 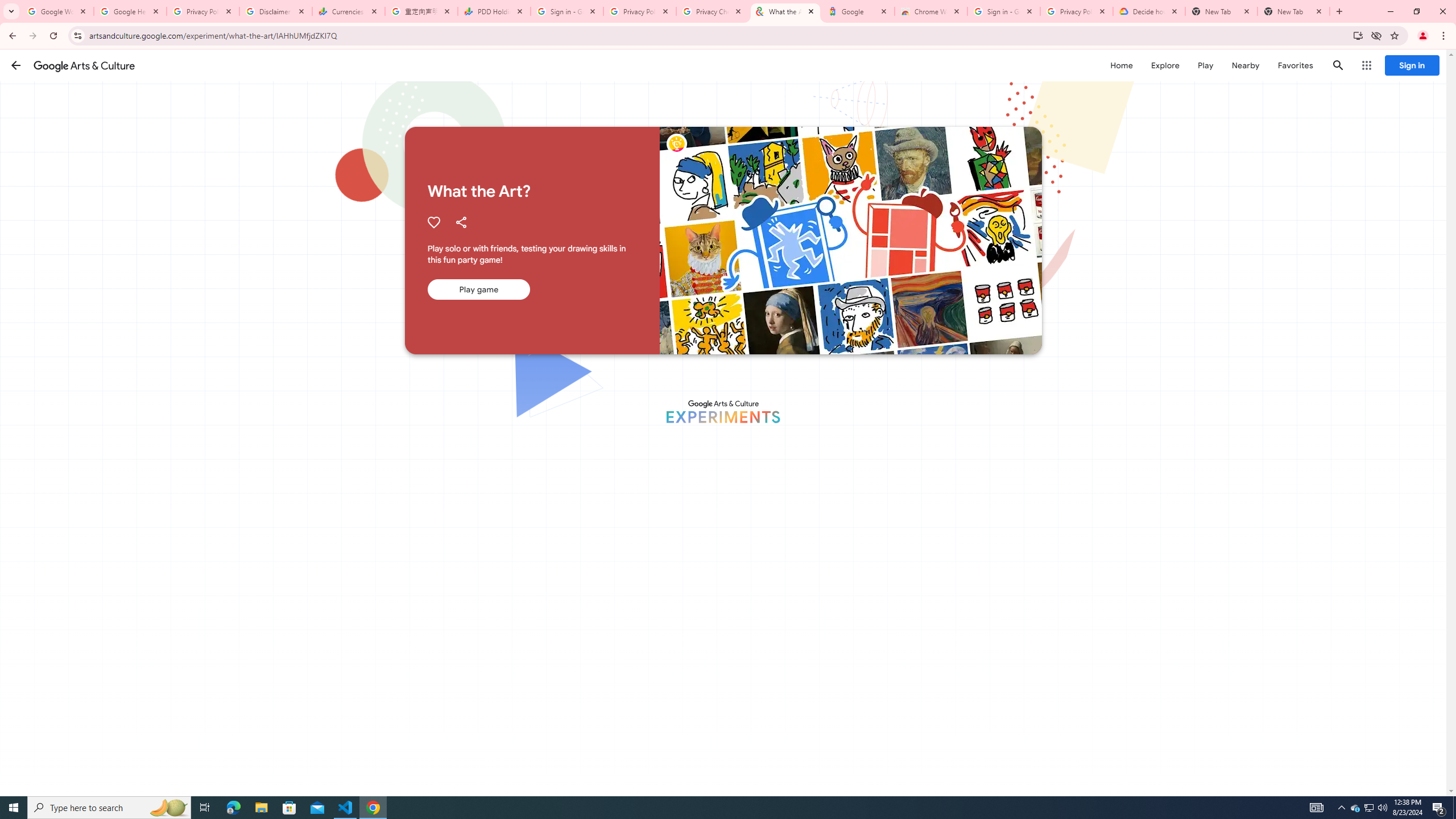 What do you see at coordinates (930, 11) in the screenshot?
I see `'Chrome Web Store - Color themes by Chrome'` at bounding box center [930, 11].